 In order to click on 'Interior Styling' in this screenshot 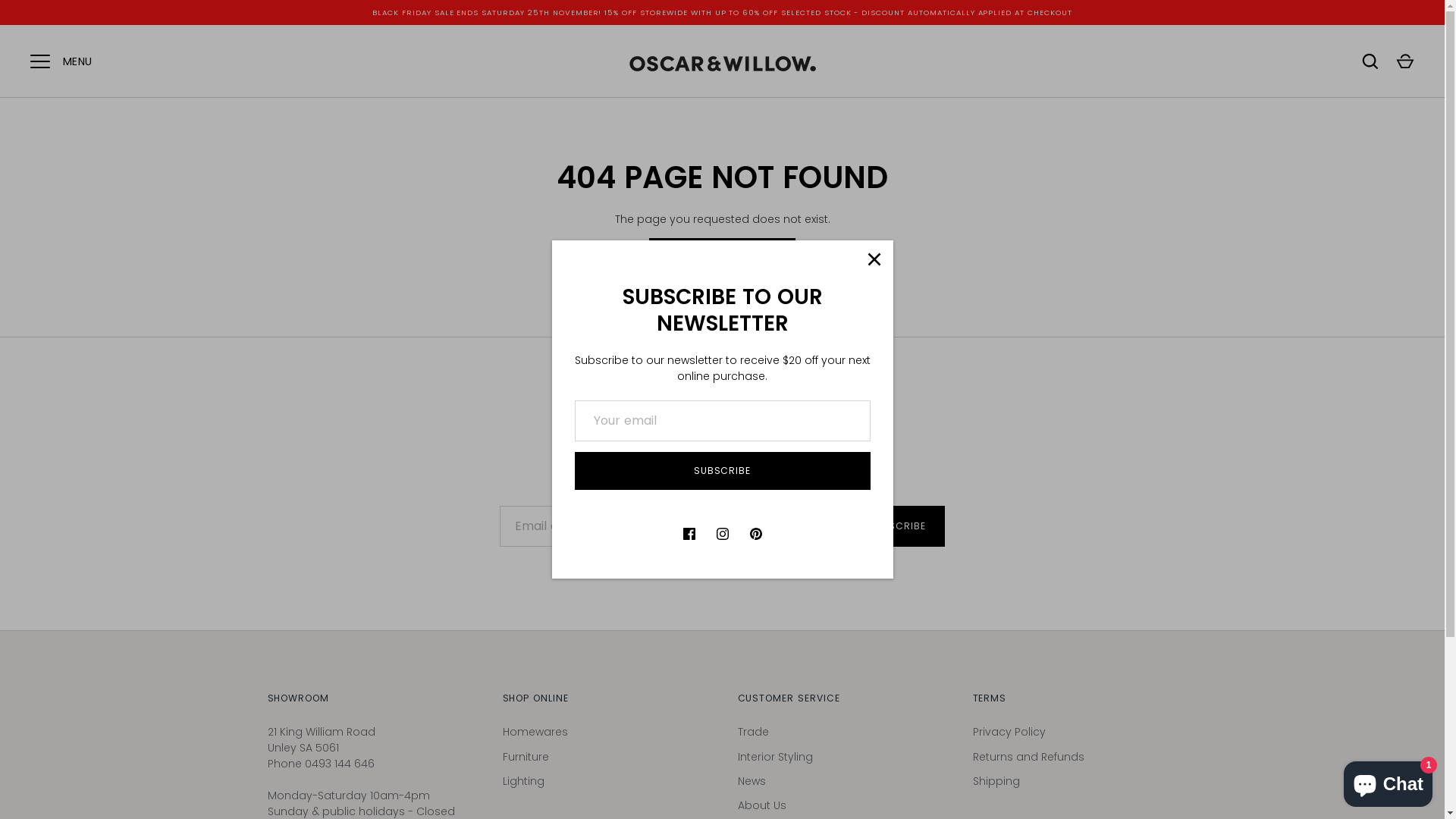, I will do `click(736, 757)`.